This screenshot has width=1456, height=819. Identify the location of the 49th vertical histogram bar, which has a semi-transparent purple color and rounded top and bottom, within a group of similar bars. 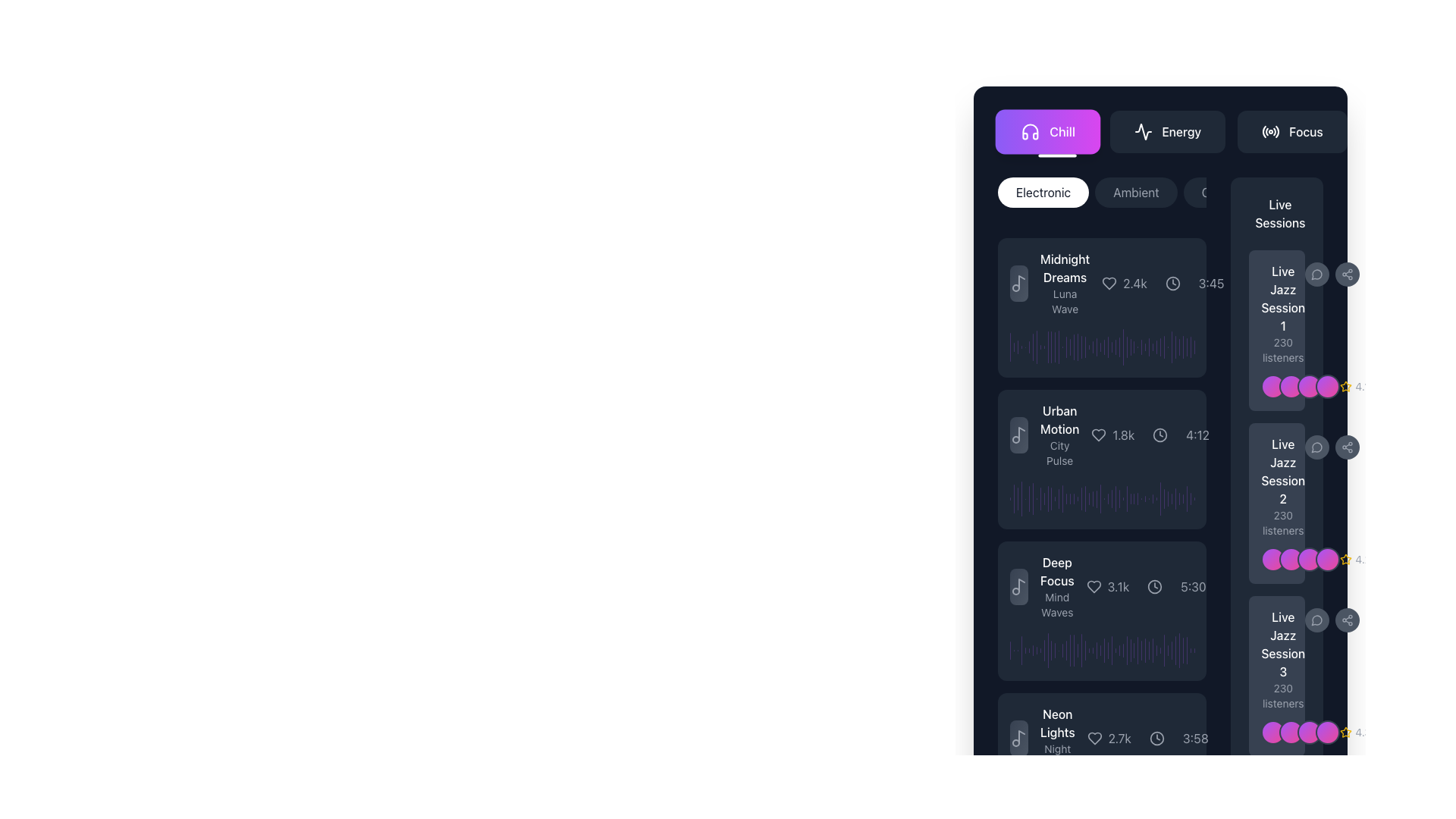
(1194, 347).